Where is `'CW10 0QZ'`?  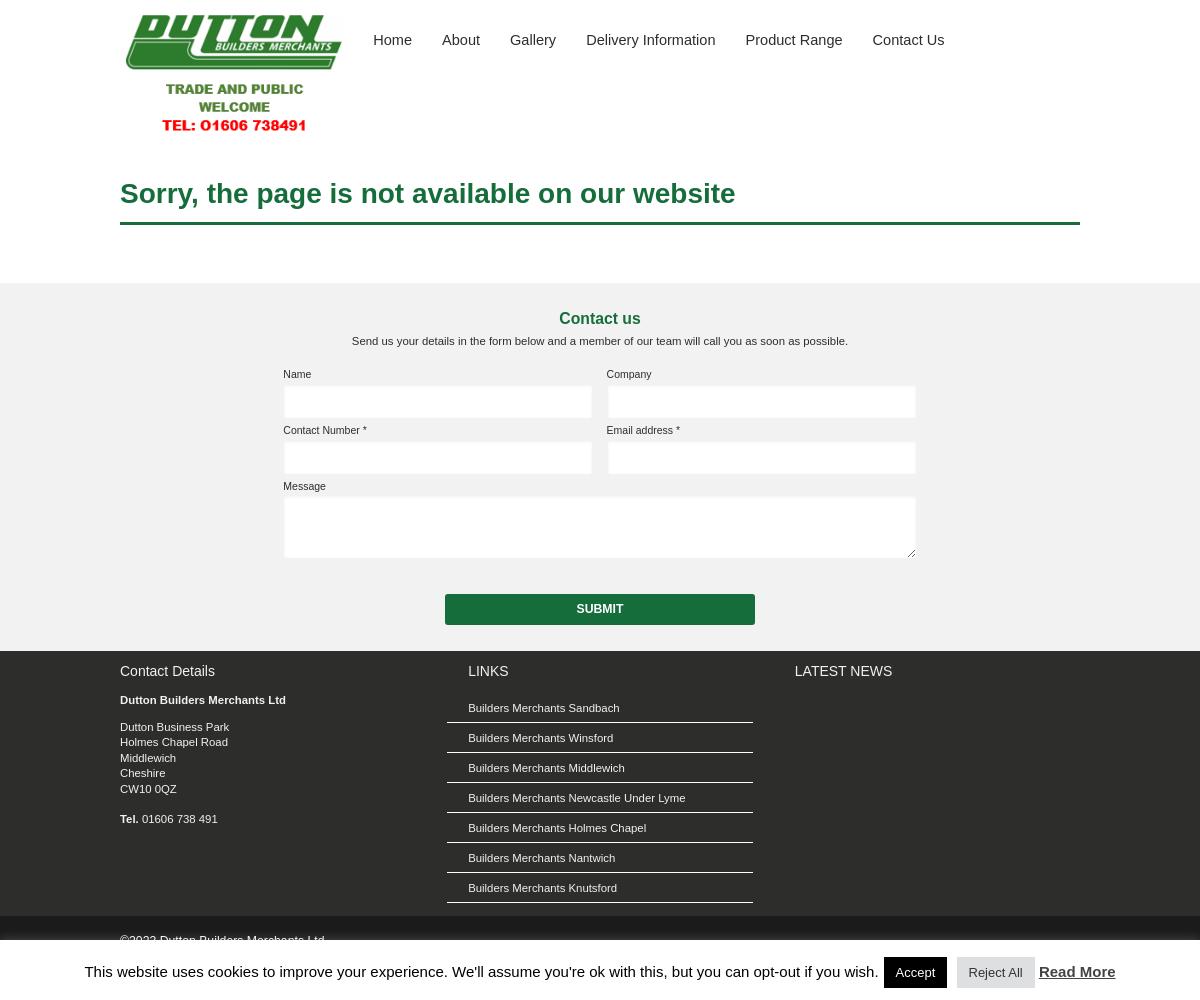 'CW10 0QZ' is located at coordinates (147, 788).